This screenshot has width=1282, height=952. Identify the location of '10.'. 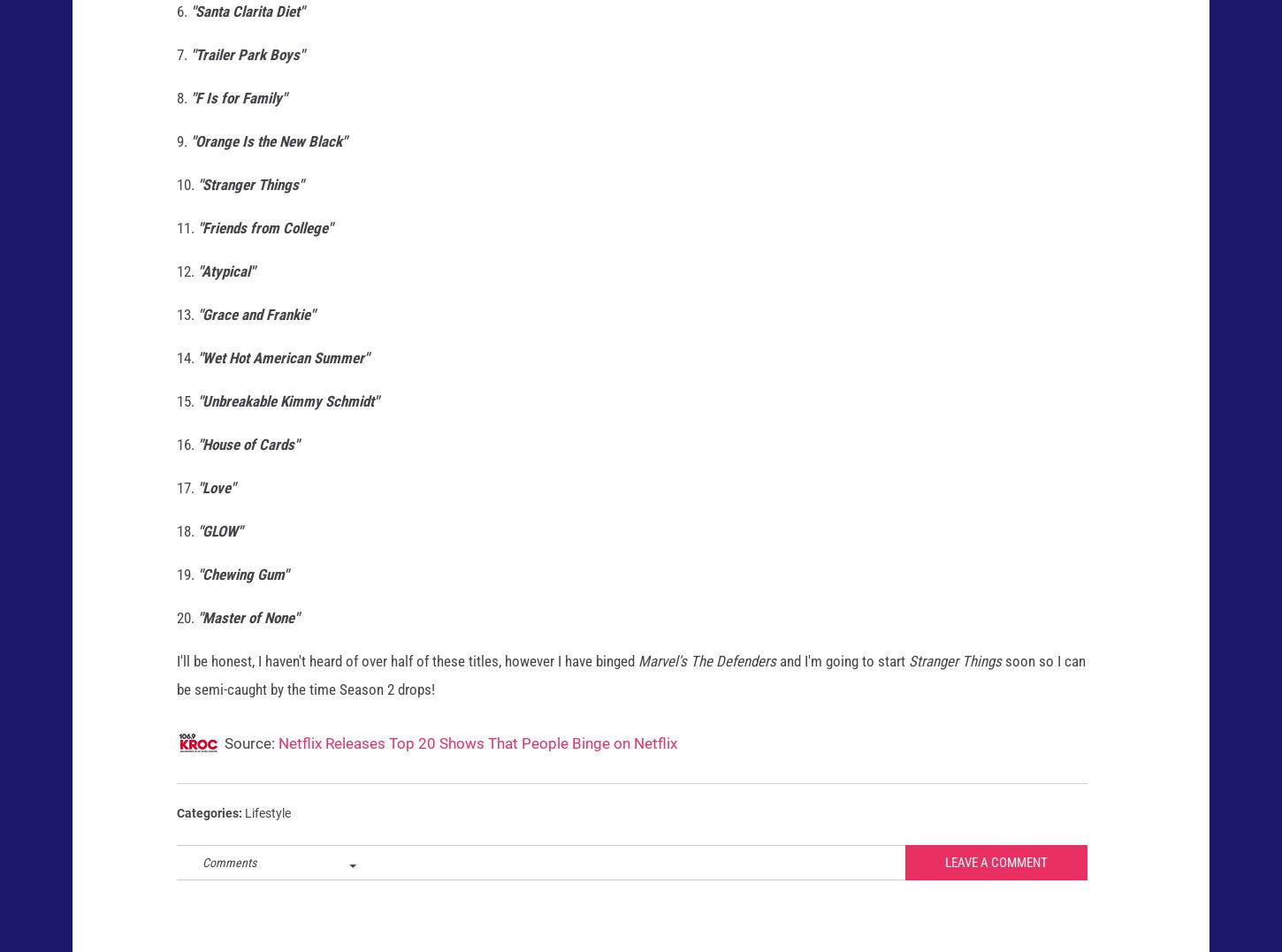
(175, 201).